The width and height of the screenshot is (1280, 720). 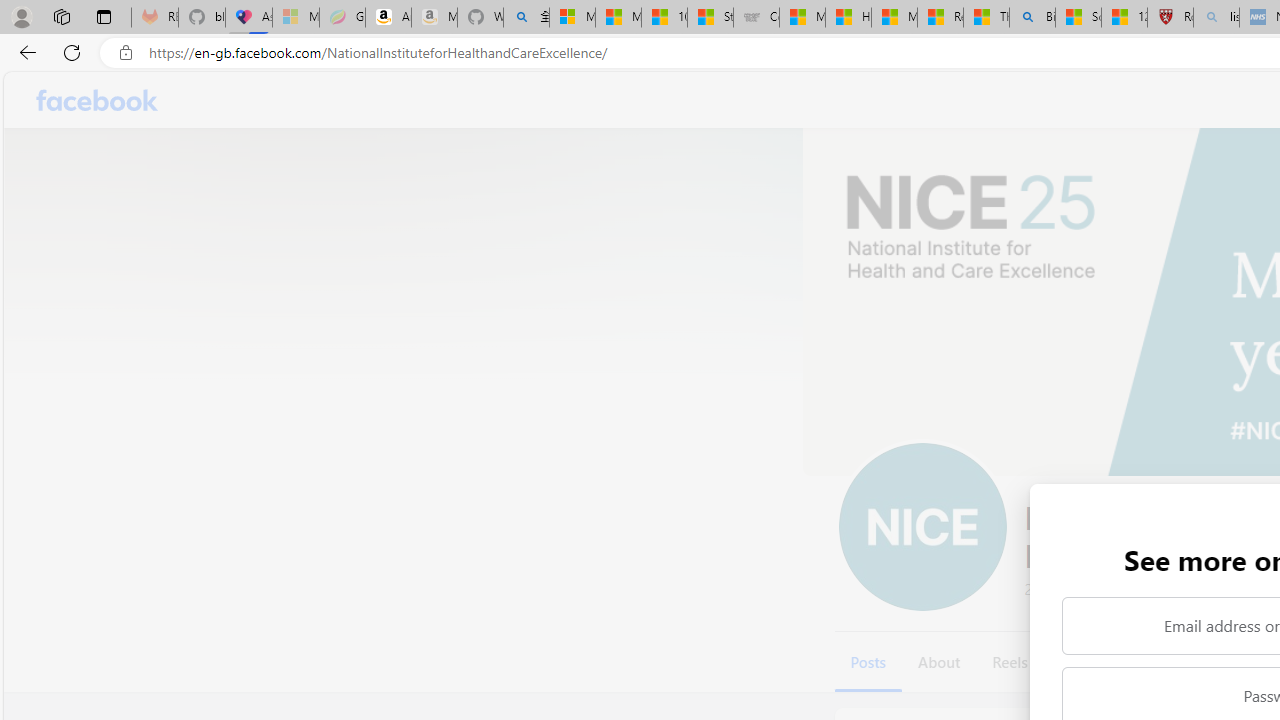 I want to click on 'Microsoft-Report a Concern to Bing - Sleeping', so click(x=294, y=17).